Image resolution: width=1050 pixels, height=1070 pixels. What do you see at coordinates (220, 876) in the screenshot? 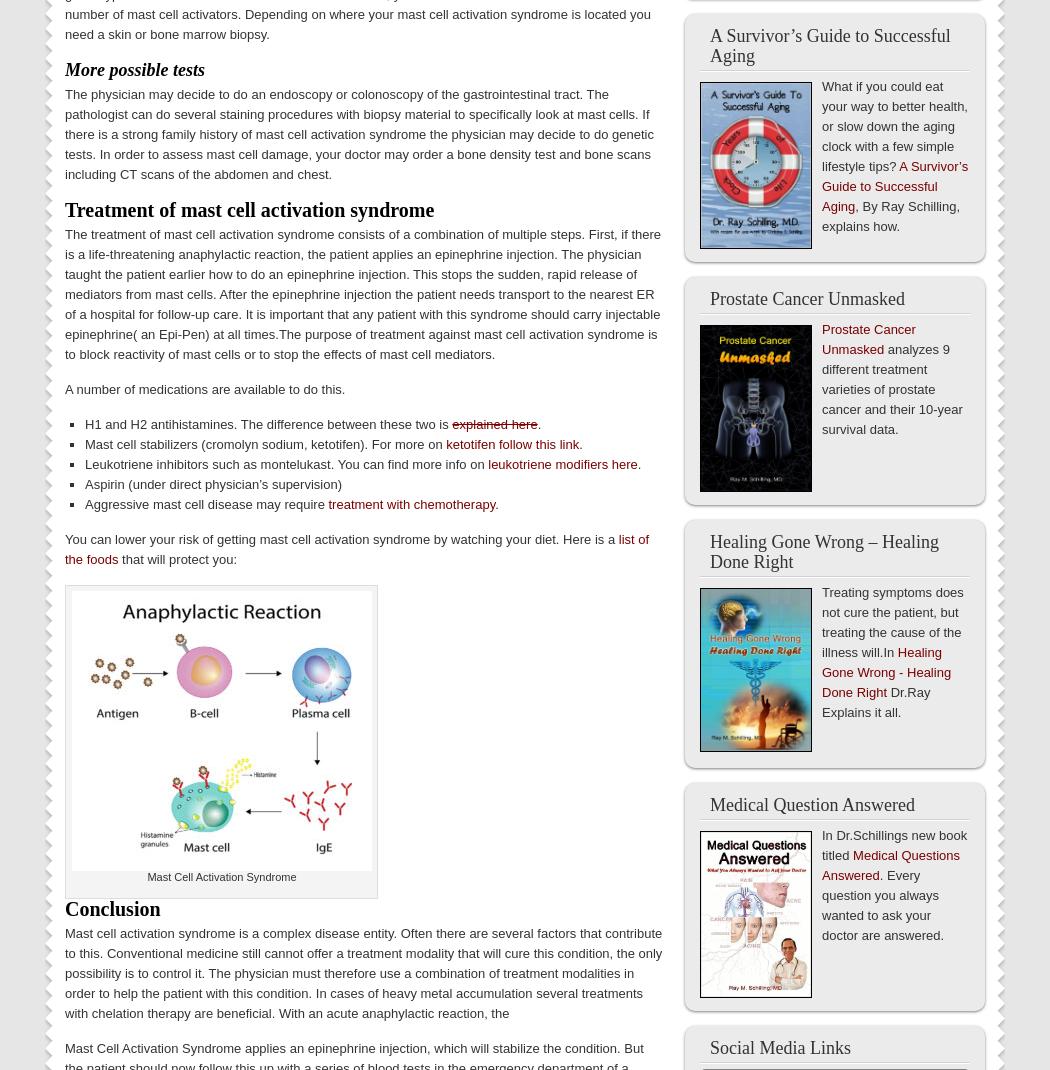
I see `'Mast Cell Activation Syndrome'` at bounding box center [220, 876].